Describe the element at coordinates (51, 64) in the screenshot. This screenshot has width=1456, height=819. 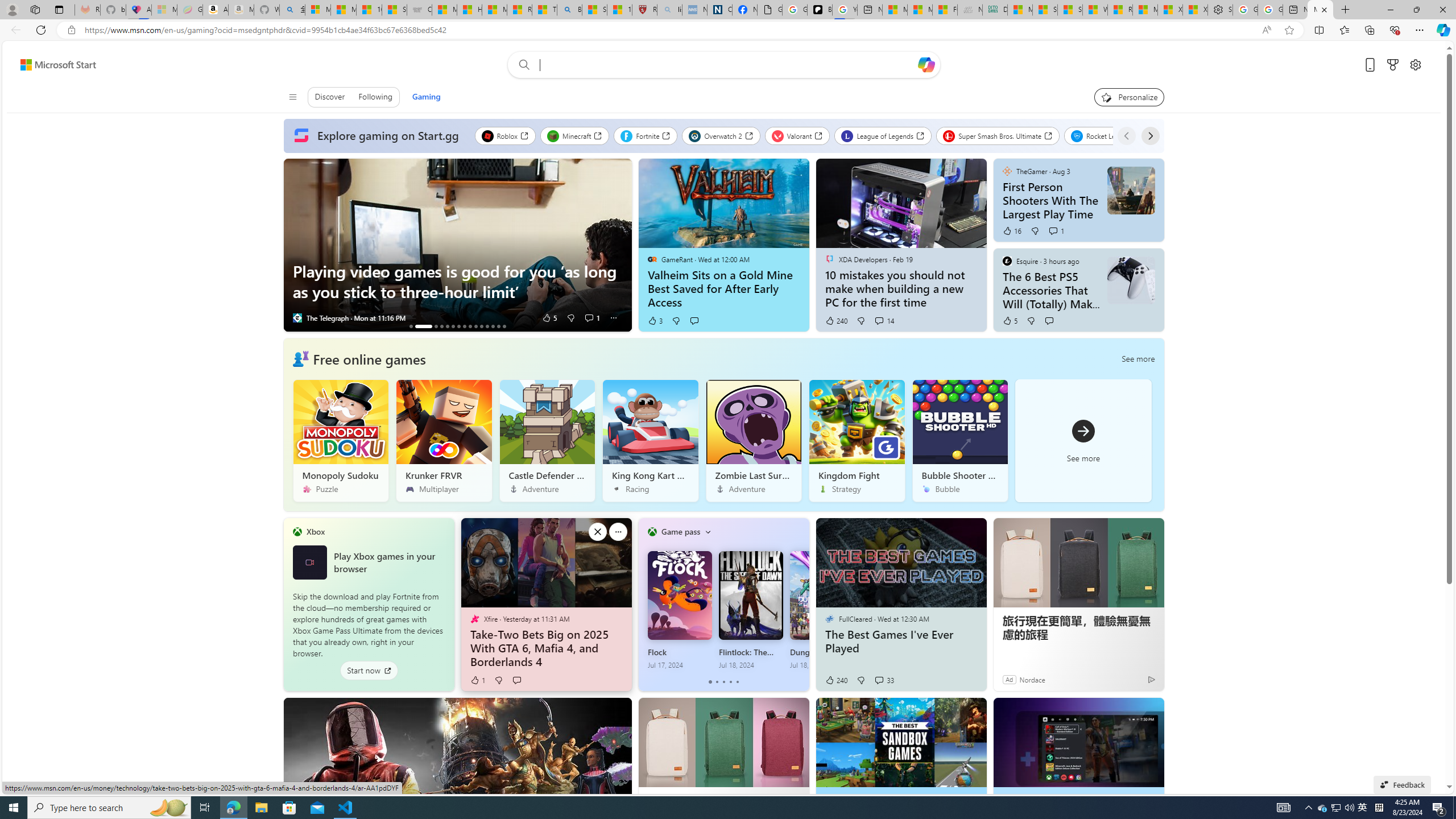
I see `'Skip to footer'` at that location.